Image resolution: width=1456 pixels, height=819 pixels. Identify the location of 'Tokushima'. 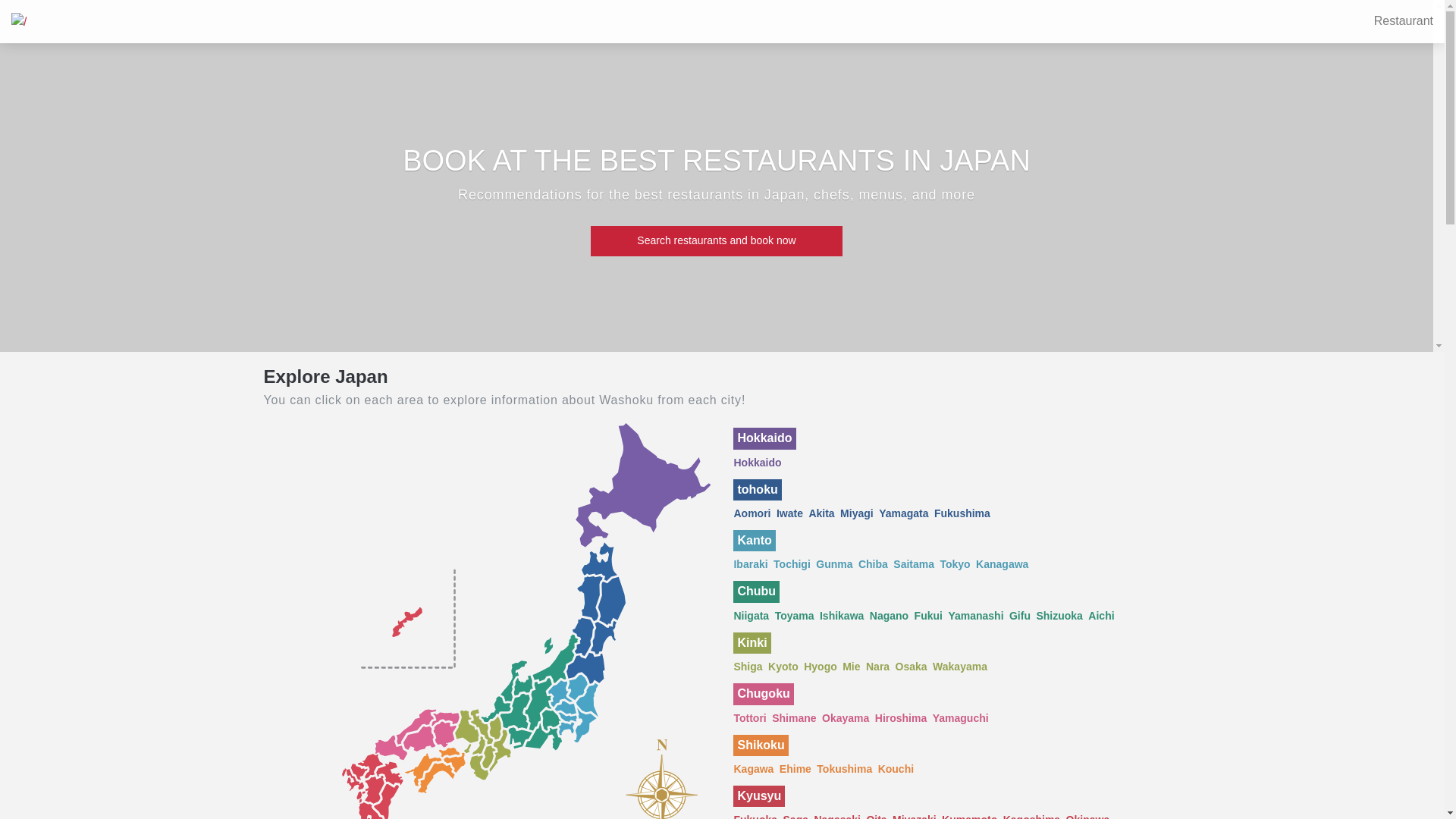
(843, 769).